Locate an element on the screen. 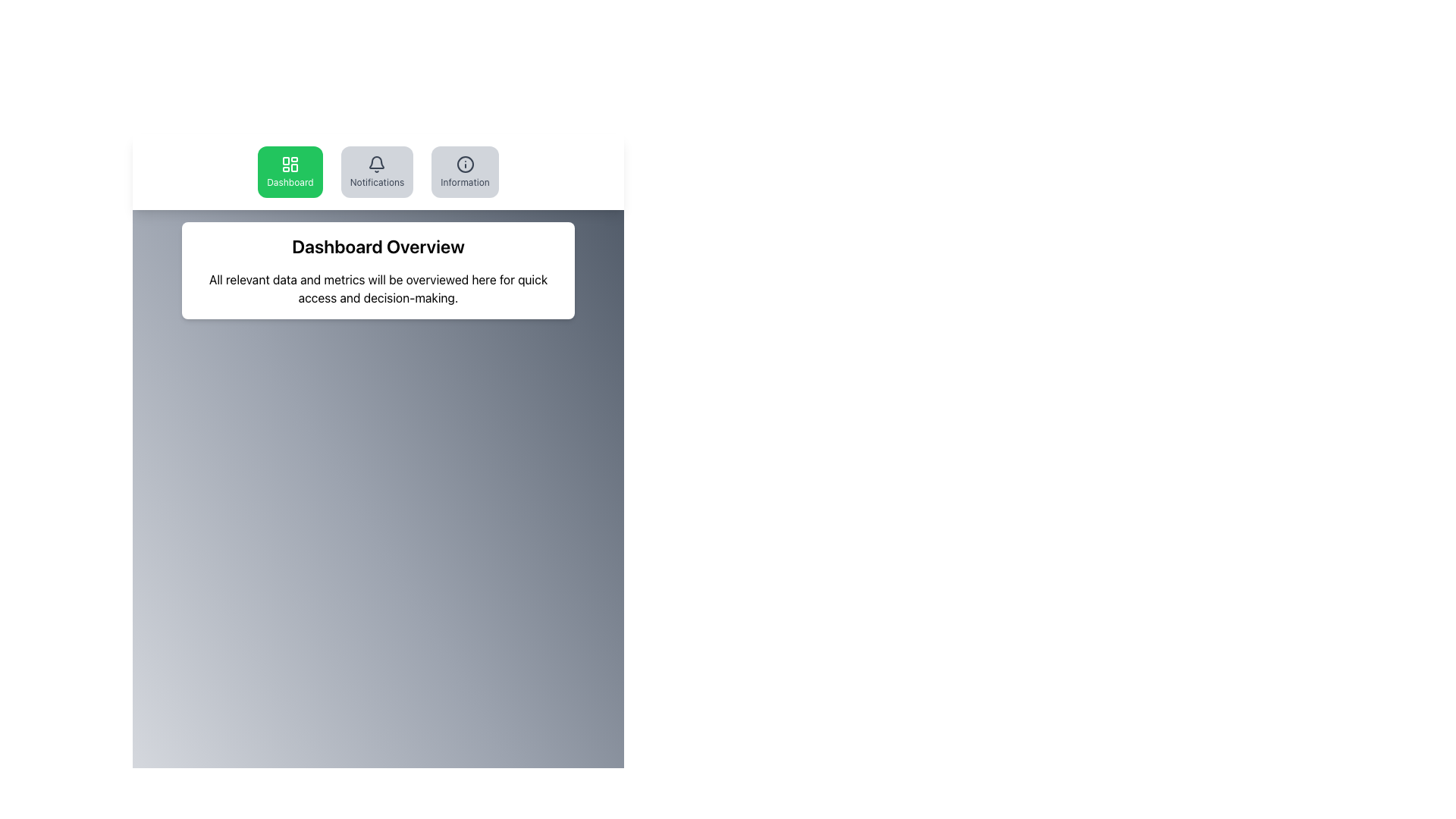 The image size is (1456, 819). the static text label that provides an overview about the purpose and content of the dashboard, located directly below the bold heading 'Dashboard Overview' is located at coordinates (378, 289).